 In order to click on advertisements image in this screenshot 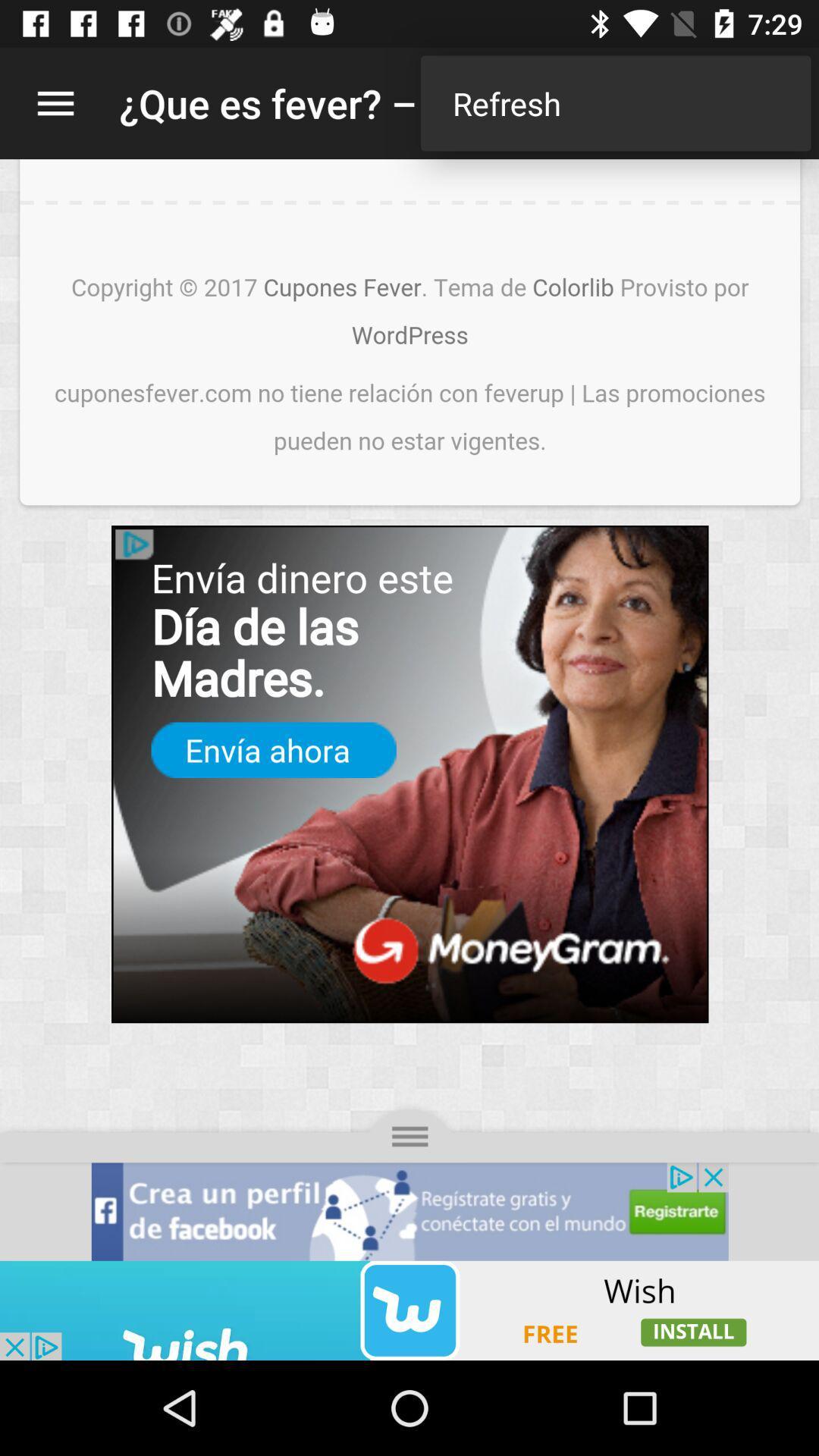, I will do `click(409, 1310)`.